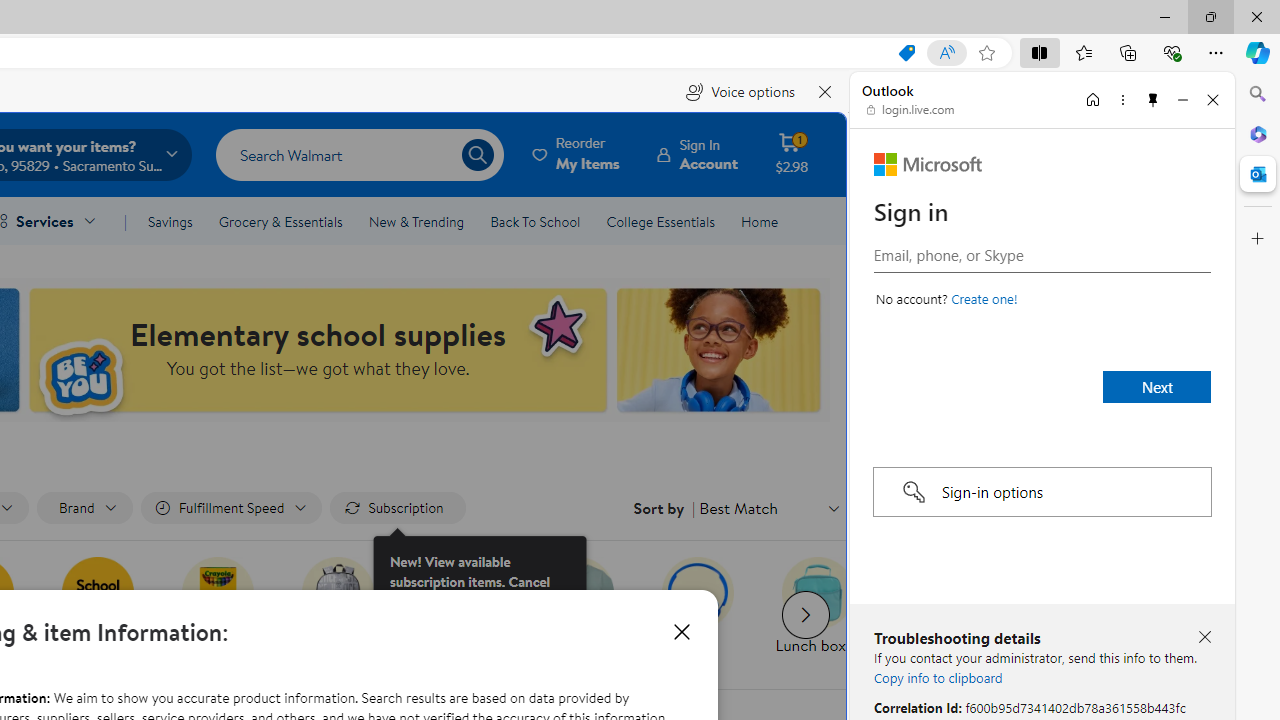 This screenshot has width=1280, height=720. What do you see at coordinates (905, 52) in the screenshot?
I see `'This site has coupons! Shopping in Microsoft Edge, 7'` at bounding box center [905, 52].